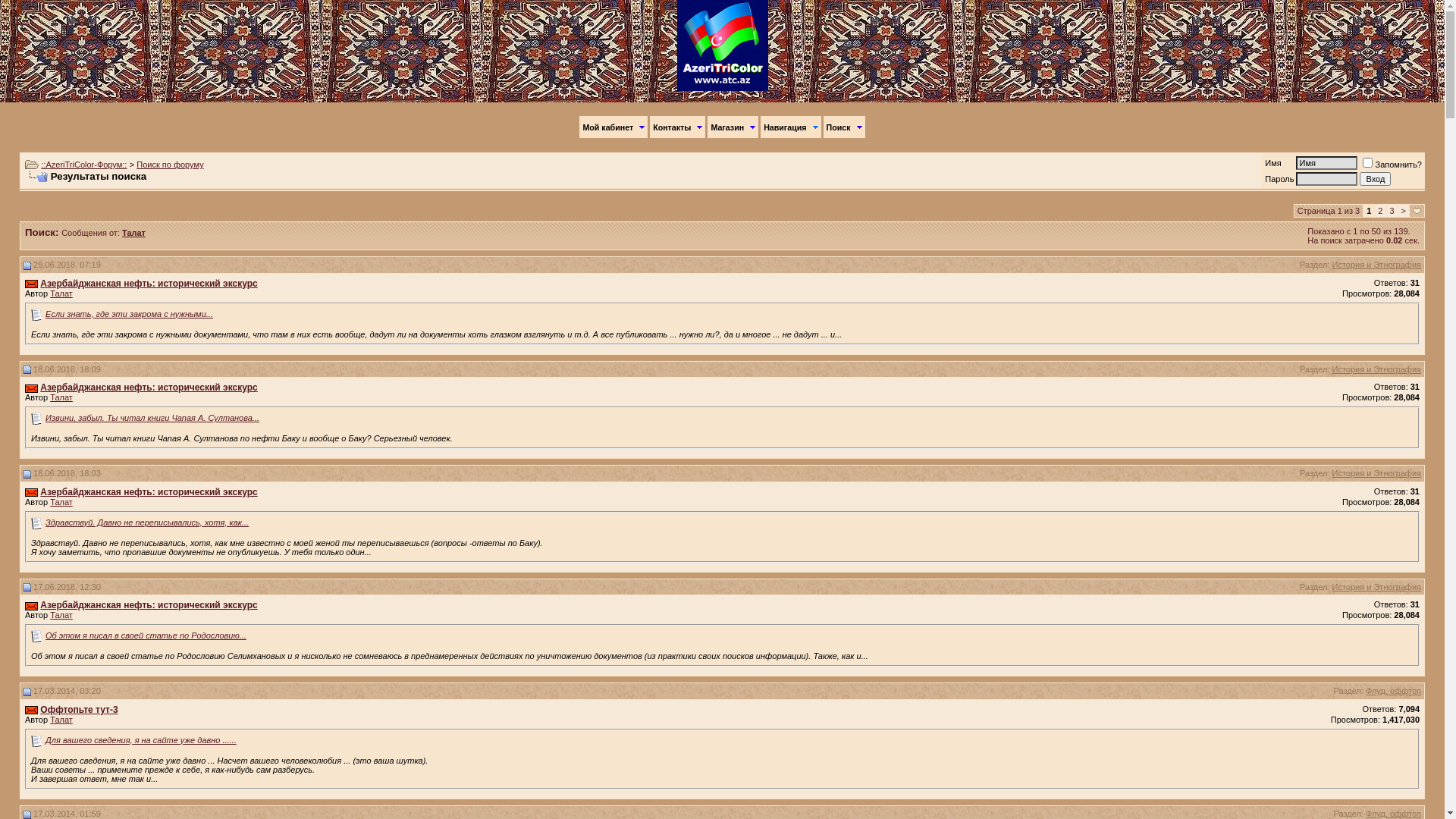 This screenshot has height=819, width=1456. What do you see at coordinates (1379, 210) in the screenshot?
I see `'2'` at bounding box center [1379, 210].